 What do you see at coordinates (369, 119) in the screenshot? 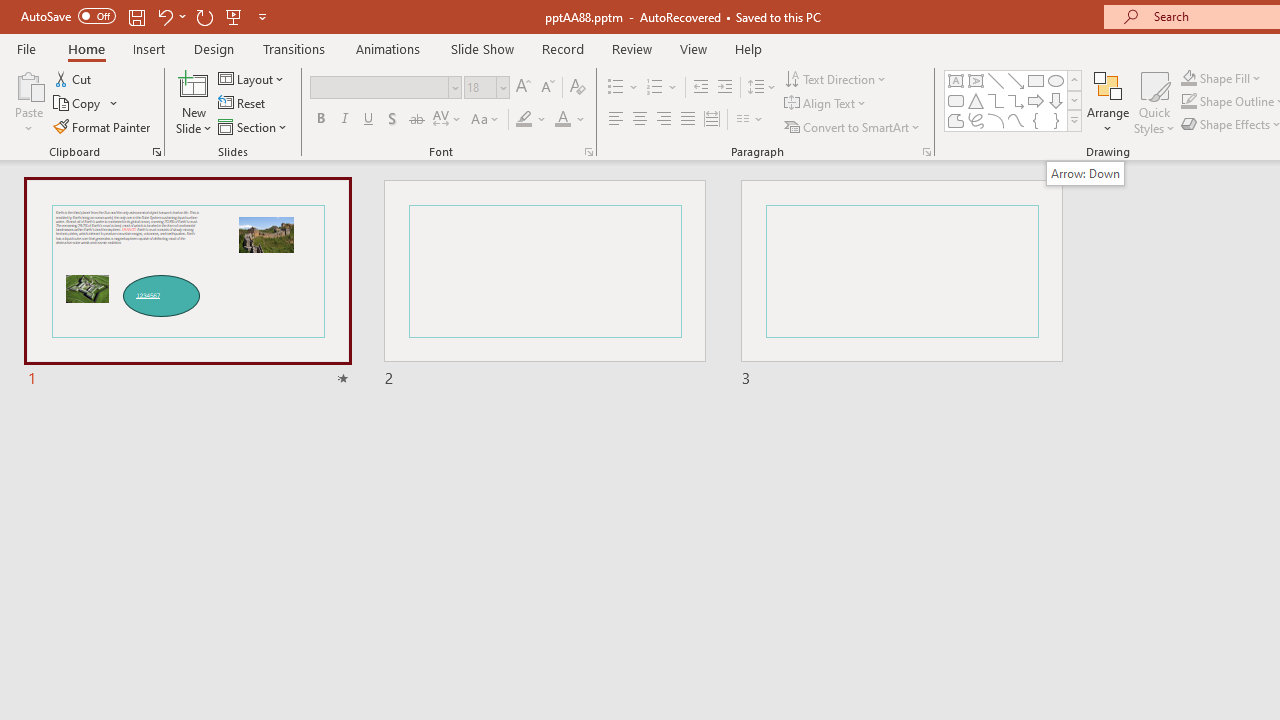
I see `'Underline'` at bounding box center [369, 119].